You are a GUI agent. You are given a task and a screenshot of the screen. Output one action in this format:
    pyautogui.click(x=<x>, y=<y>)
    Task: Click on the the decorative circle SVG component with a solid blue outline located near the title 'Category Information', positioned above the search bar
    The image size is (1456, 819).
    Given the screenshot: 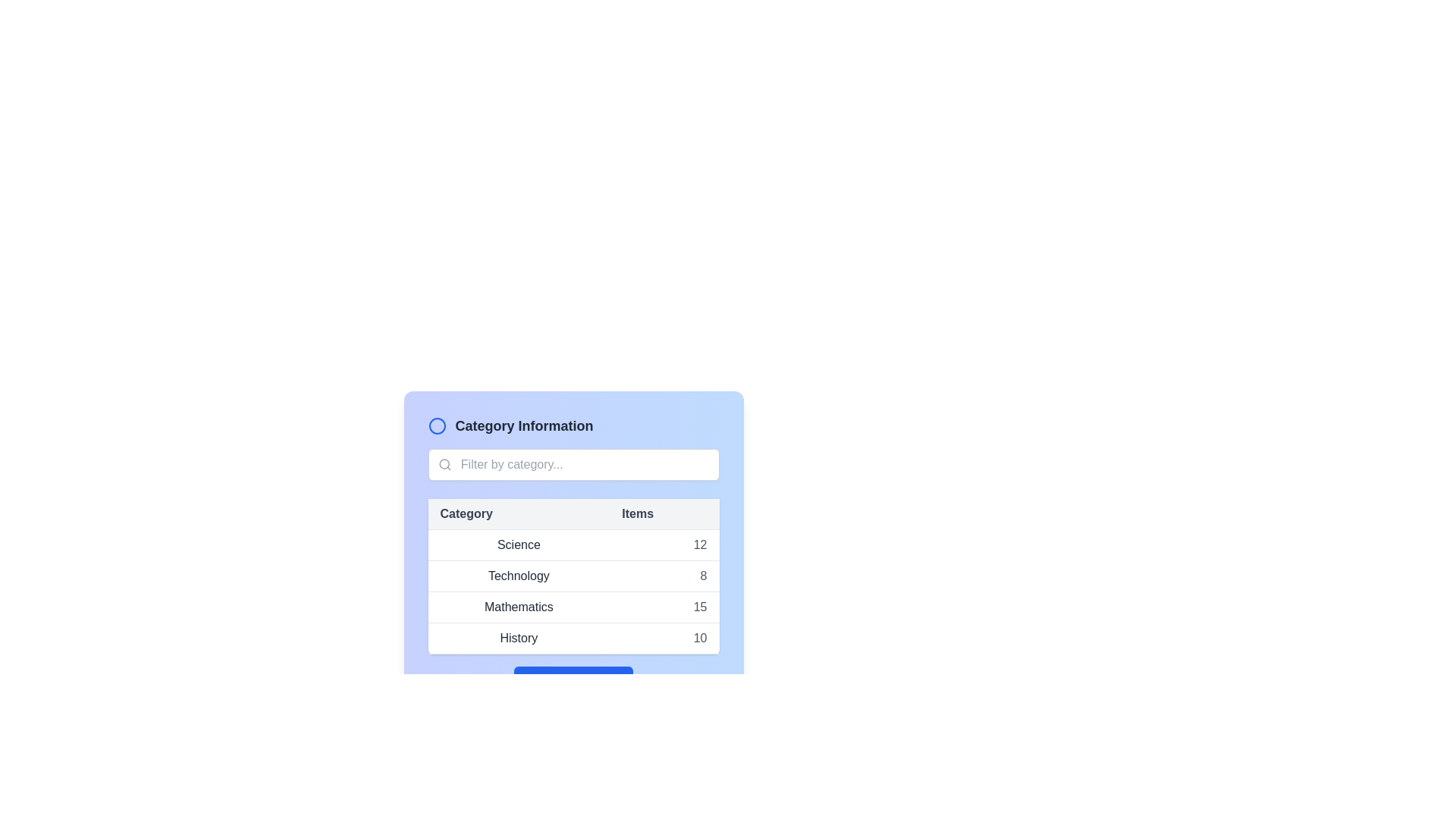 What is the action you would take?
    pyautogui.click(x=436, y=426)
    